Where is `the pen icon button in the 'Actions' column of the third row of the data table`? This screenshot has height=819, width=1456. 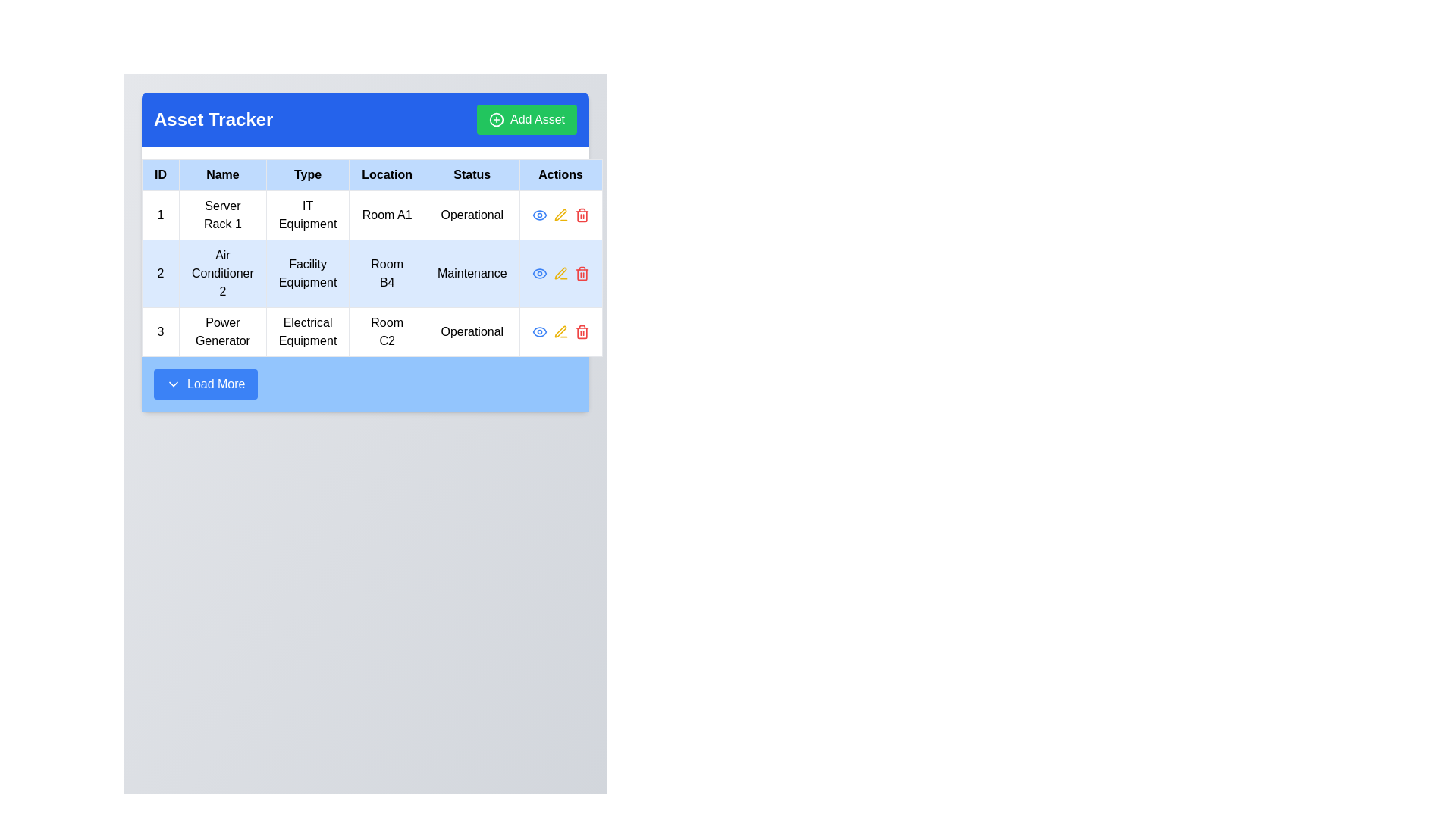
the pen icon button in the 'Actions' column of the third row of the data table is located at coordinates (560, 215).